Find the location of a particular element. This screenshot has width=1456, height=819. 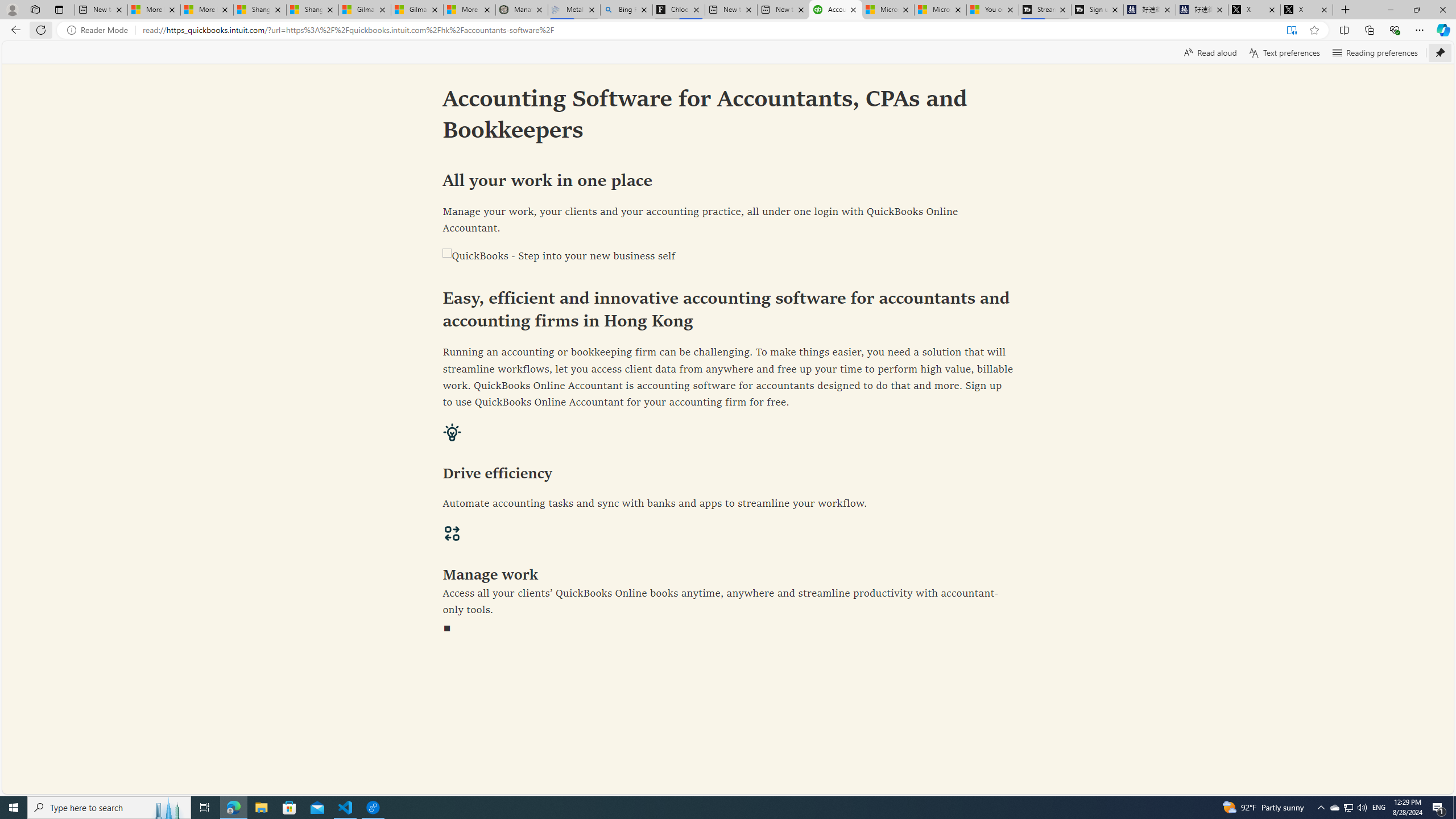

'Exit Immersive Reader (F9)' is located at coordinates (1291, 30).